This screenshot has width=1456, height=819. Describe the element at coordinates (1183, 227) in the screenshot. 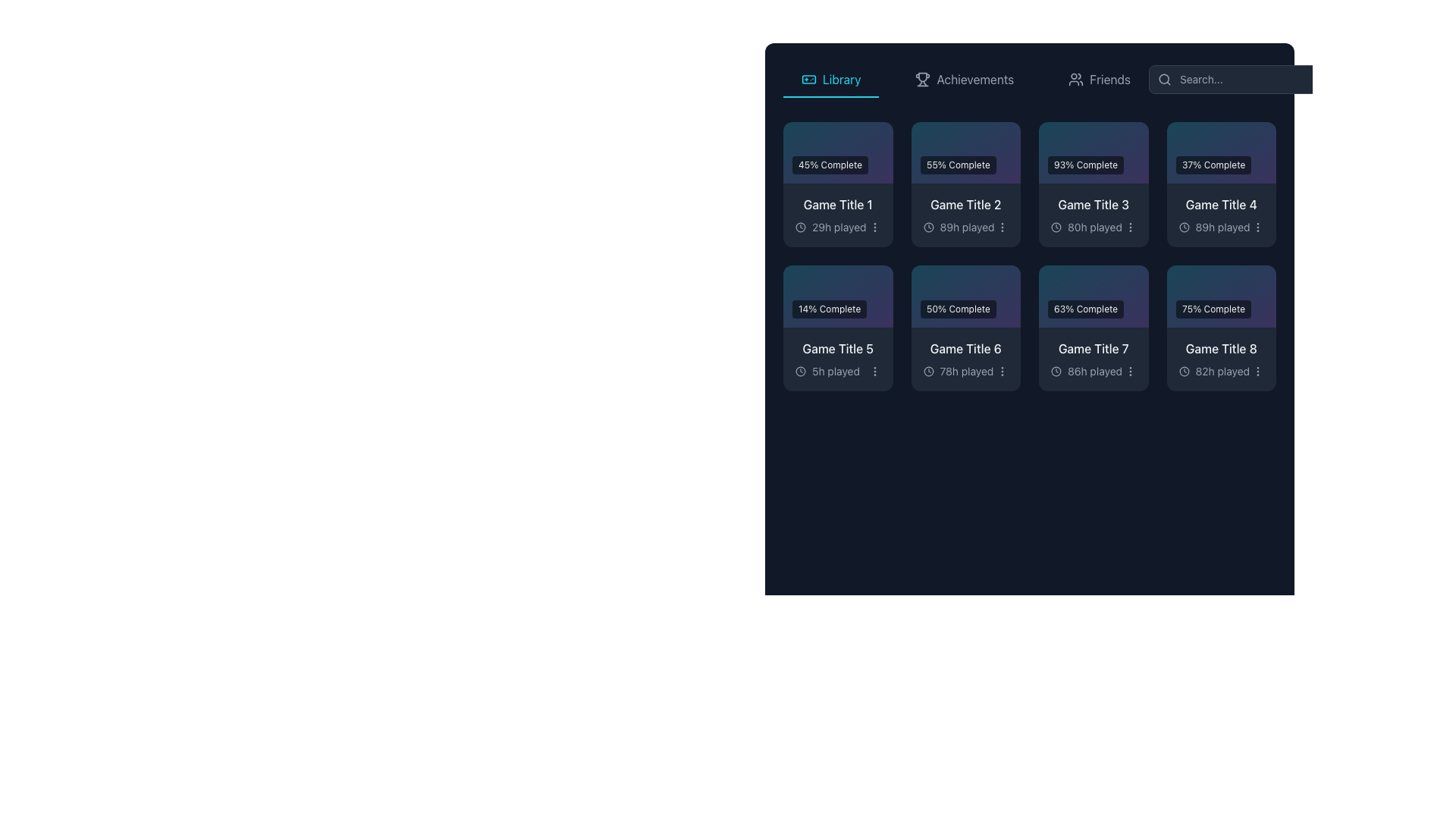

I see `the decorative clock-like element indicating time played for 'Game Title 4', which is located to the left of the '89h played' text` at that location.